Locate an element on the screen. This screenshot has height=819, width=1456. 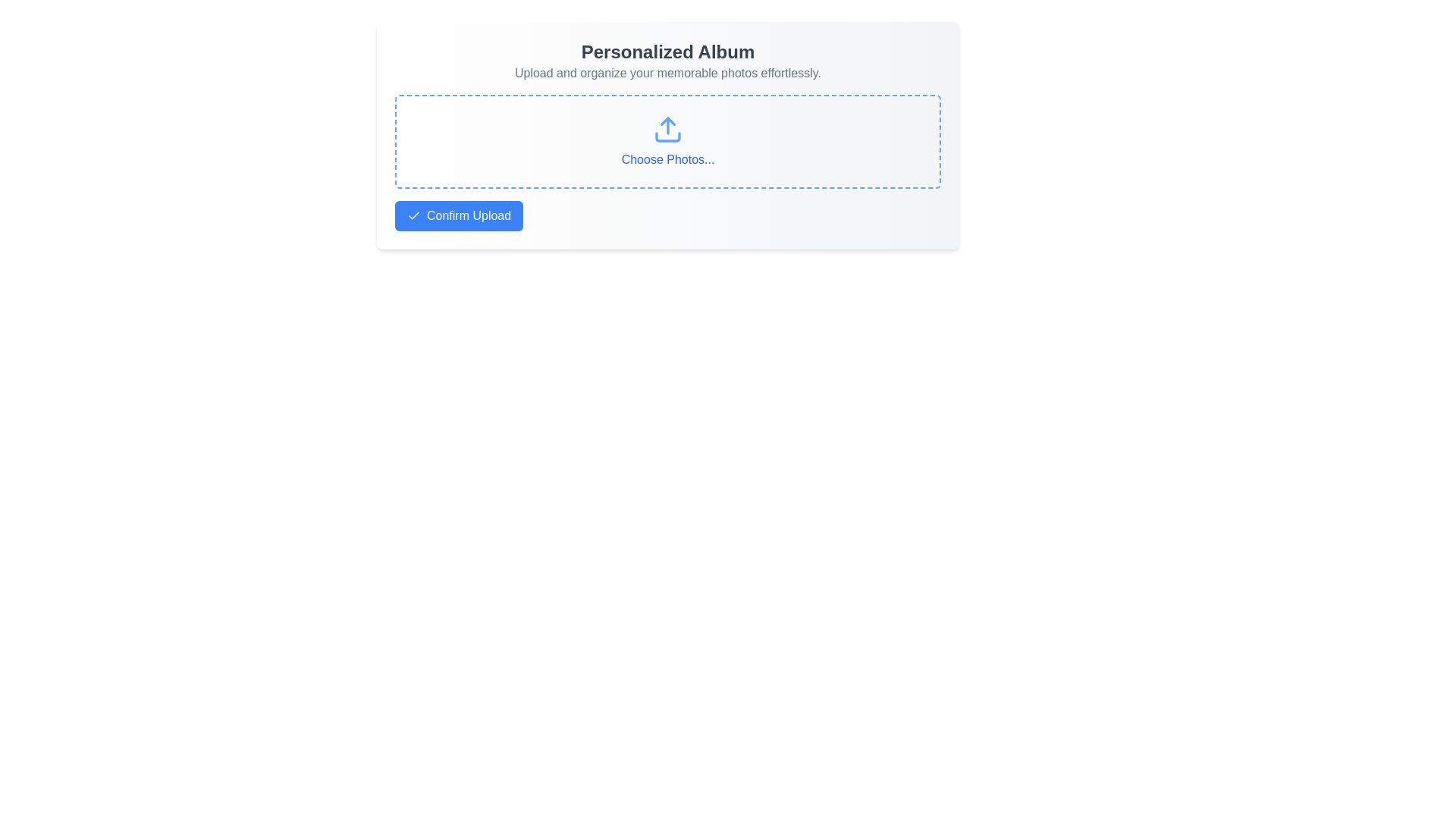
the upload action indicator icon, which is a blue icon with an upward pointing arrow, located at the center of the dashed-bordered area labeled 'Choose Photos...' is located at coordinates (667, 128).